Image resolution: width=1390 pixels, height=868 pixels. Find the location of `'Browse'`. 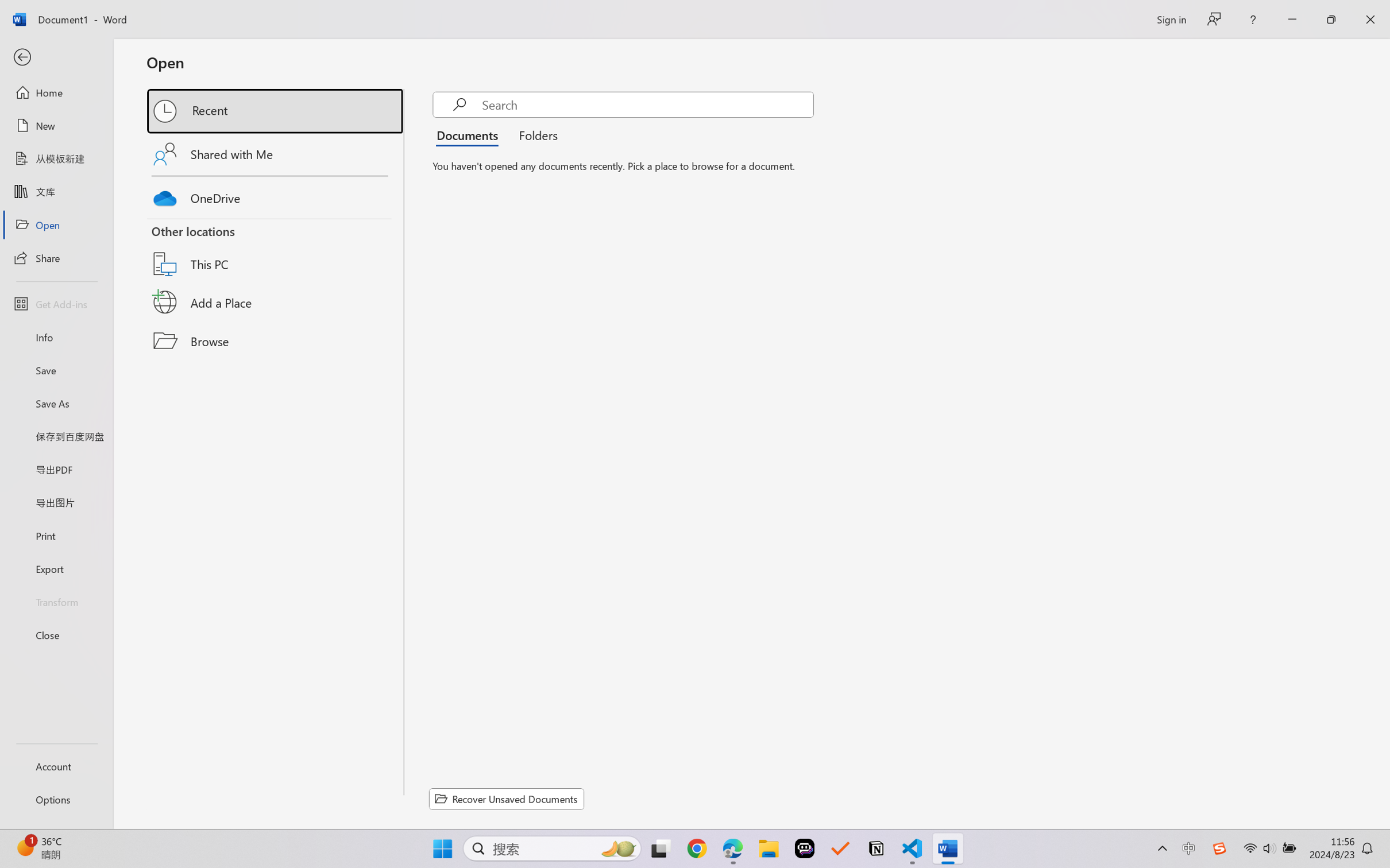

'Browse' is located at coordinates (276, 340).